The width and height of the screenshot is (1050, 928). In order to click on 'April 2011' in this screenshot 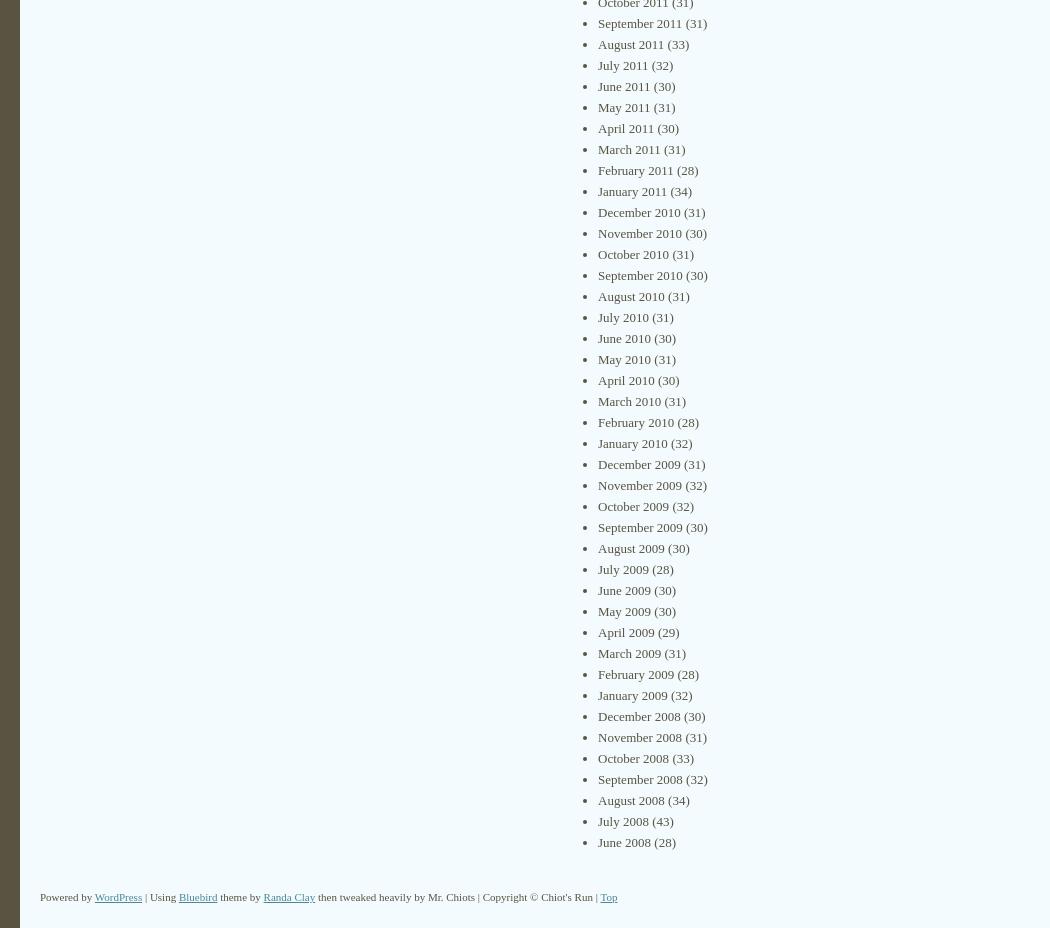, I will do `click(626, 128)`.